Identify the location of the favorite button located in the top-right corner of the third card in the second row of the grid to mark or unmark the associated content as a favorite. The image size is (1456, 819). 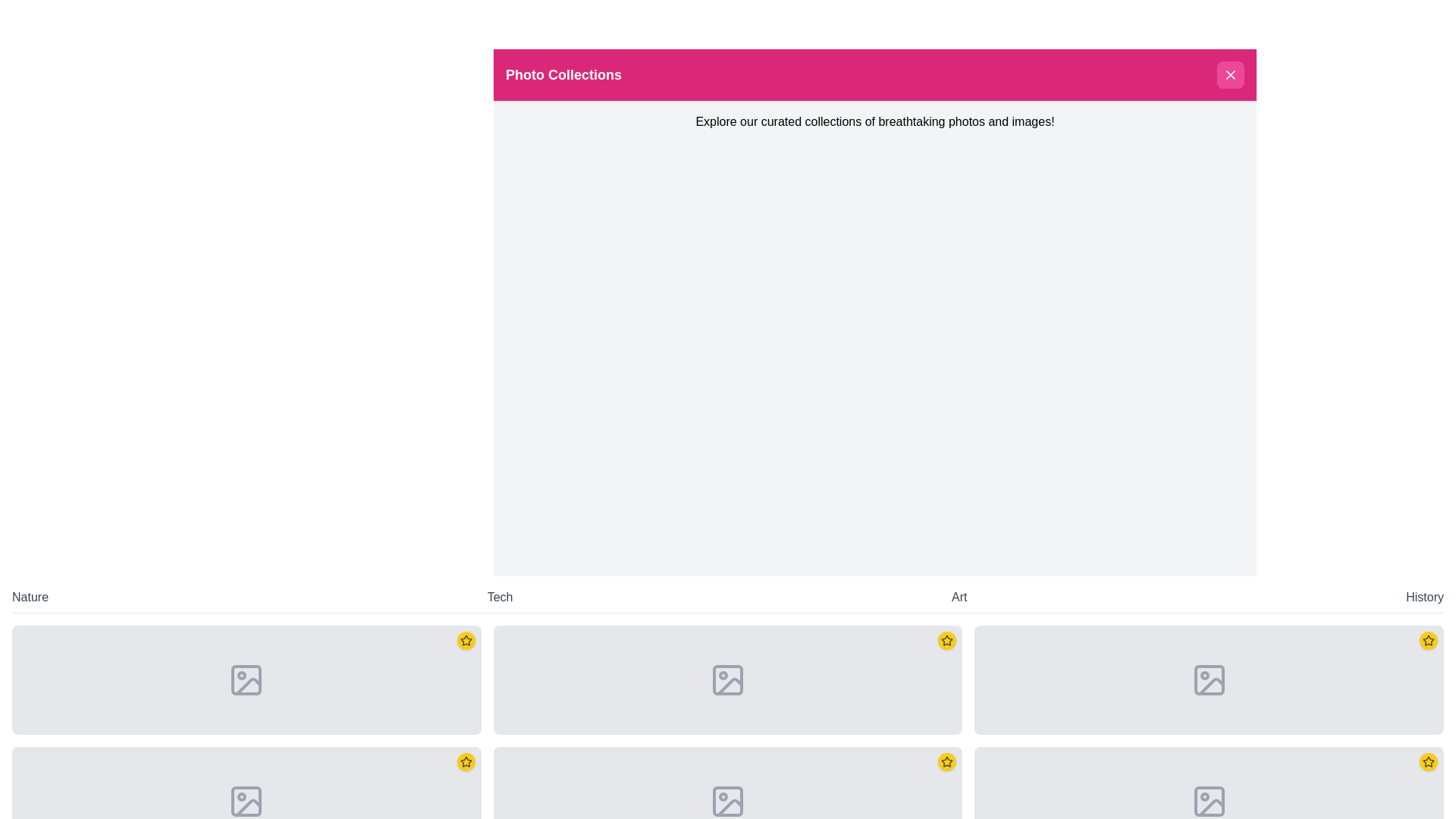
(946, 762).